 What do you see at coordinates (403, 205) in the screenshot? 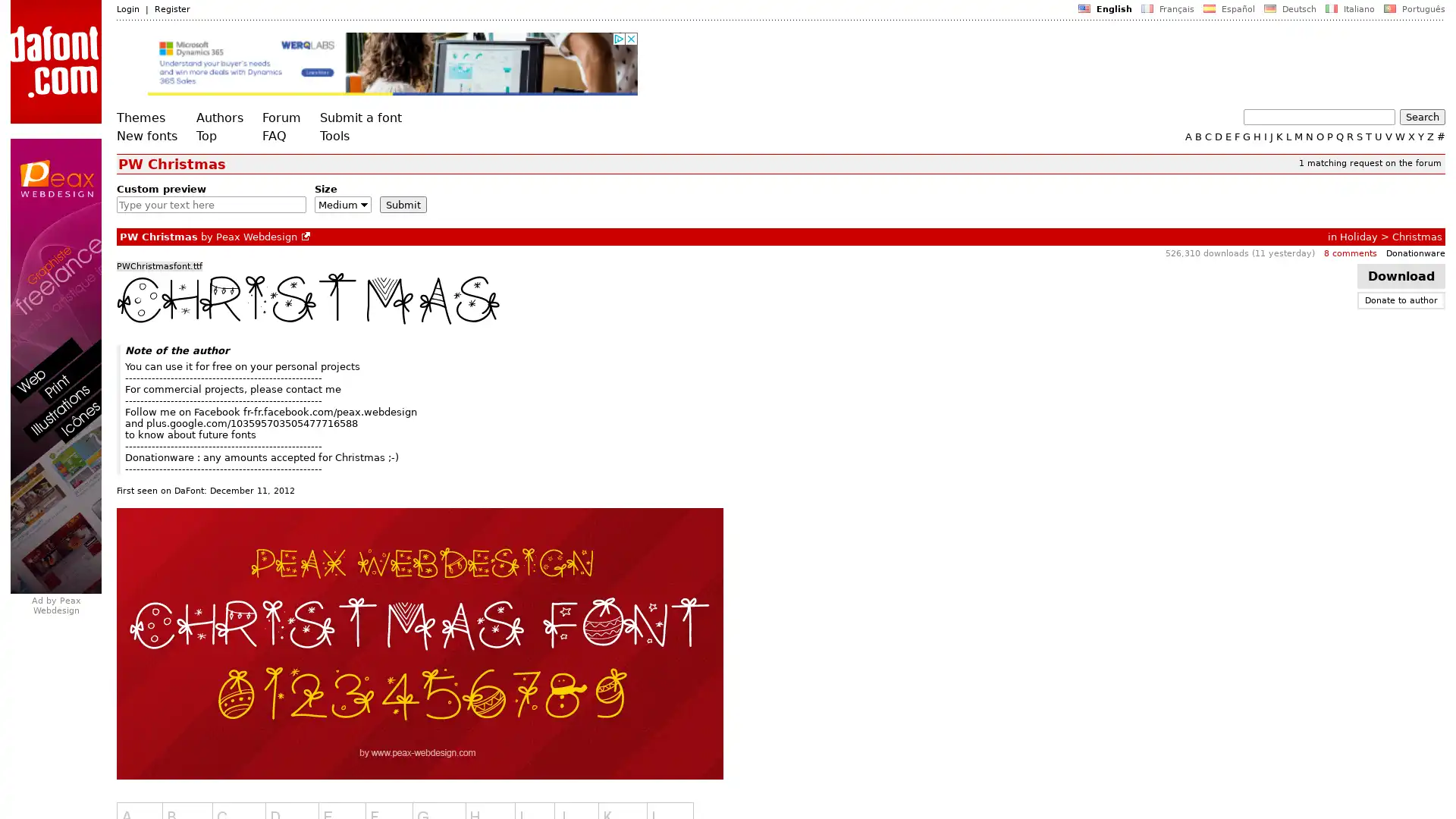
I see `Submit` at bounding box center [403, 205].